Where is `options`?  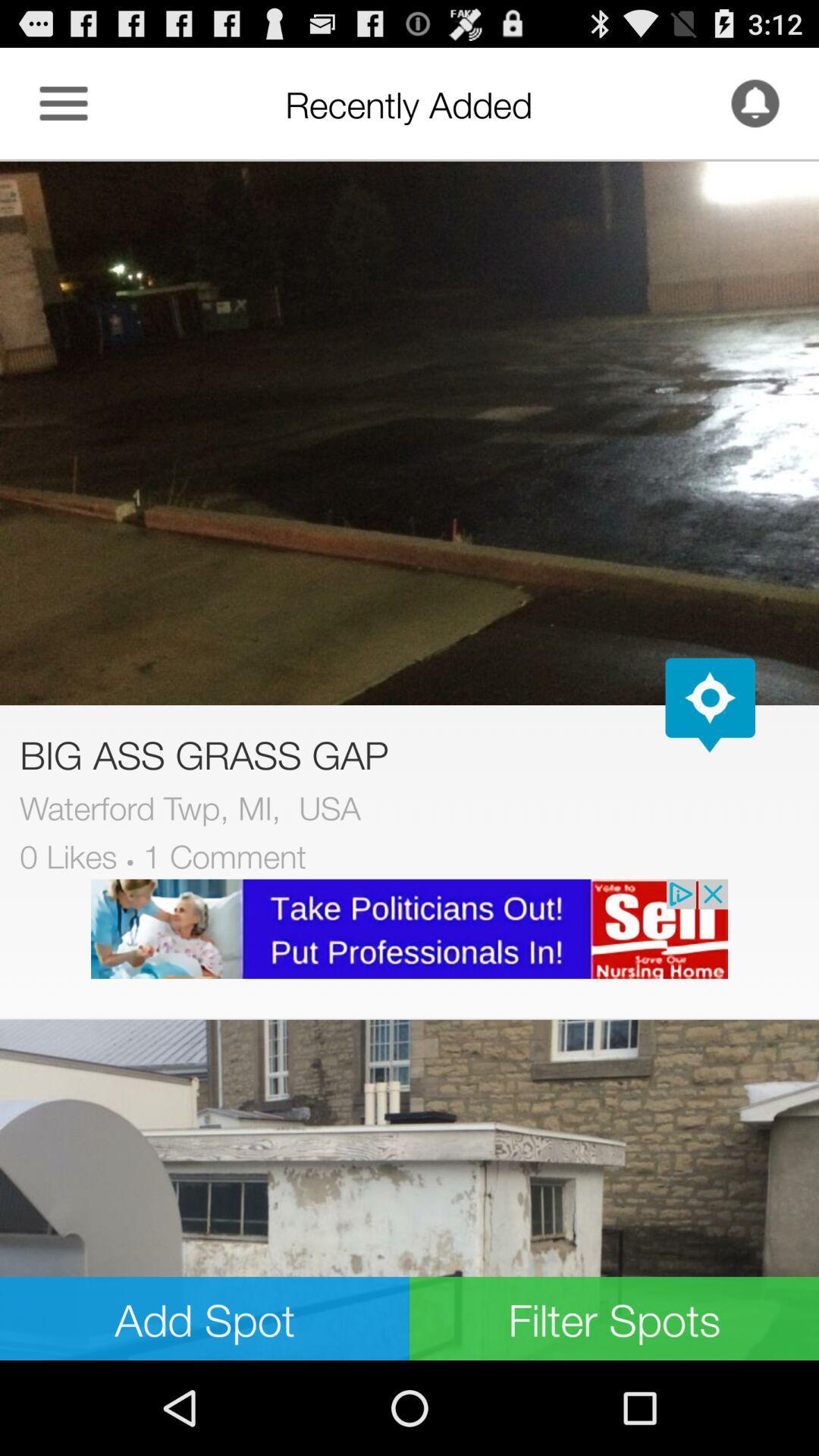
options is located at coordinates (63, 102).